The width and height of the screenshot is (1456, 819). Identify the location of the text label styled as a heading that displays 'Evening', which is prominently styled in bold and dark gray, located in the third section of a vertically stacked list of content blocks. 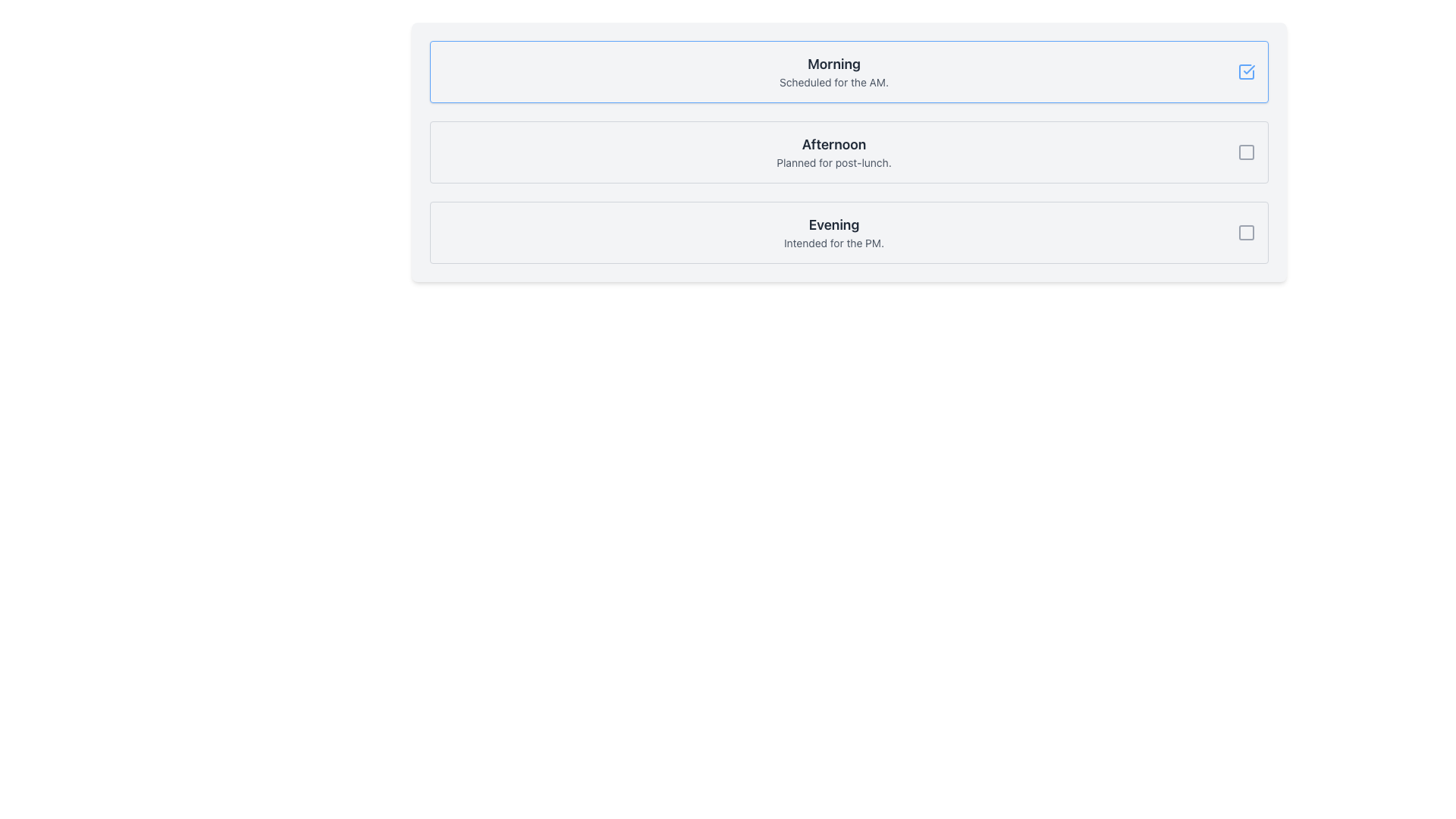
(833, 225).